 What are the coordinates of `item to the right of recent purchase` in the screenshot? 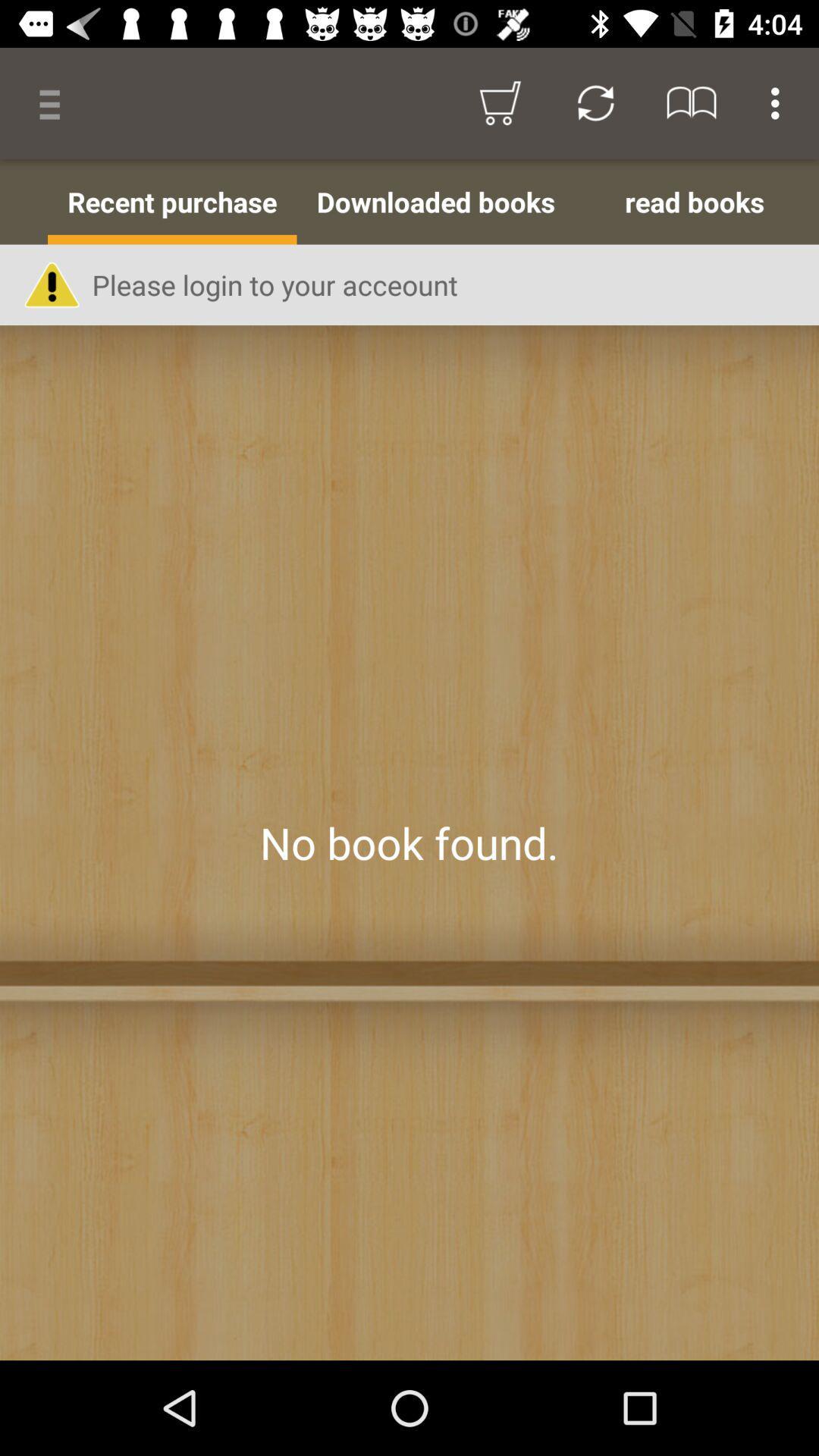 It's located at (435, 201).